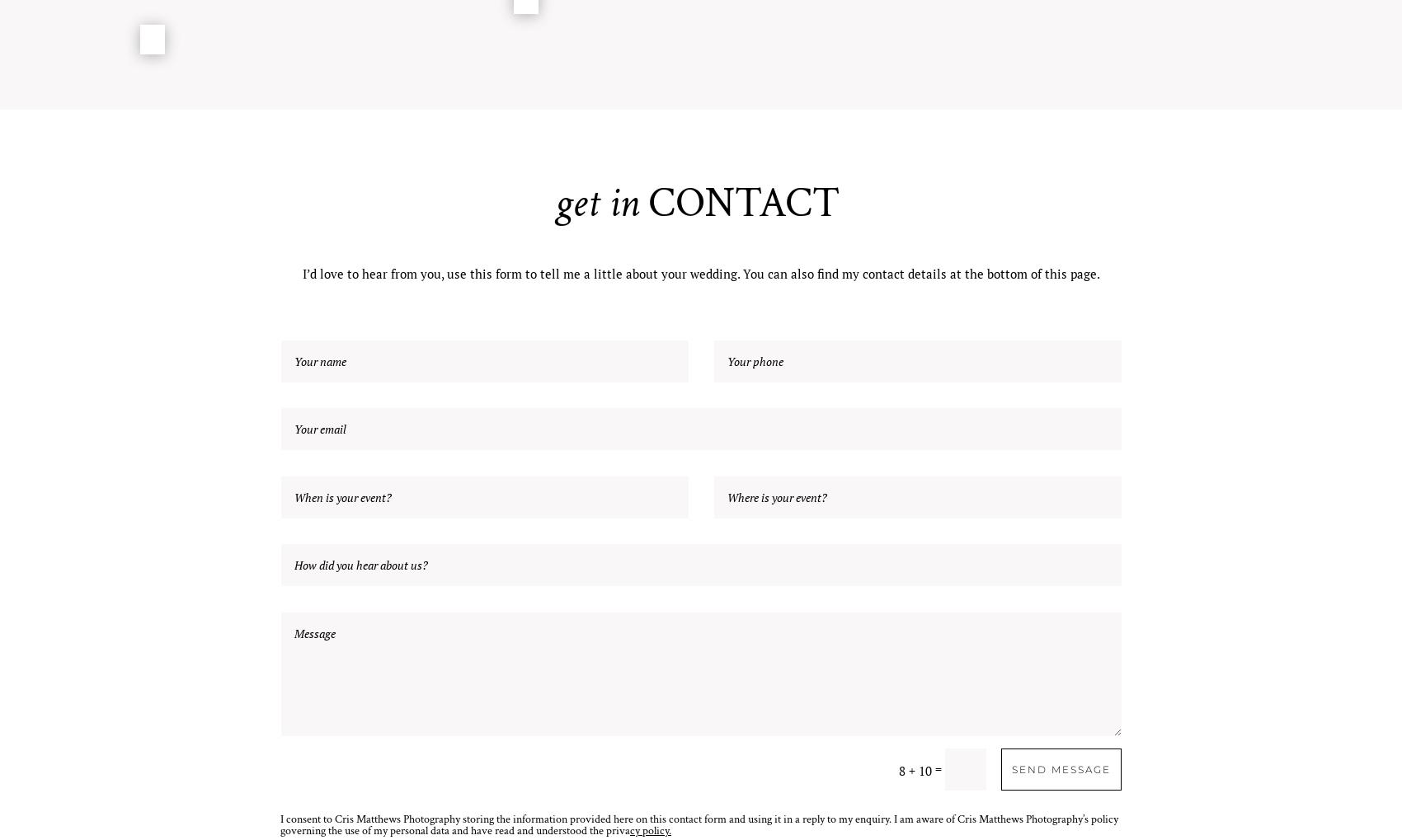 The height and width of the screenshot is (840, 1402). What do you see at coordinates (669, 830) in the screenshot?
I see `'.'` at bounding box center [669, 830].